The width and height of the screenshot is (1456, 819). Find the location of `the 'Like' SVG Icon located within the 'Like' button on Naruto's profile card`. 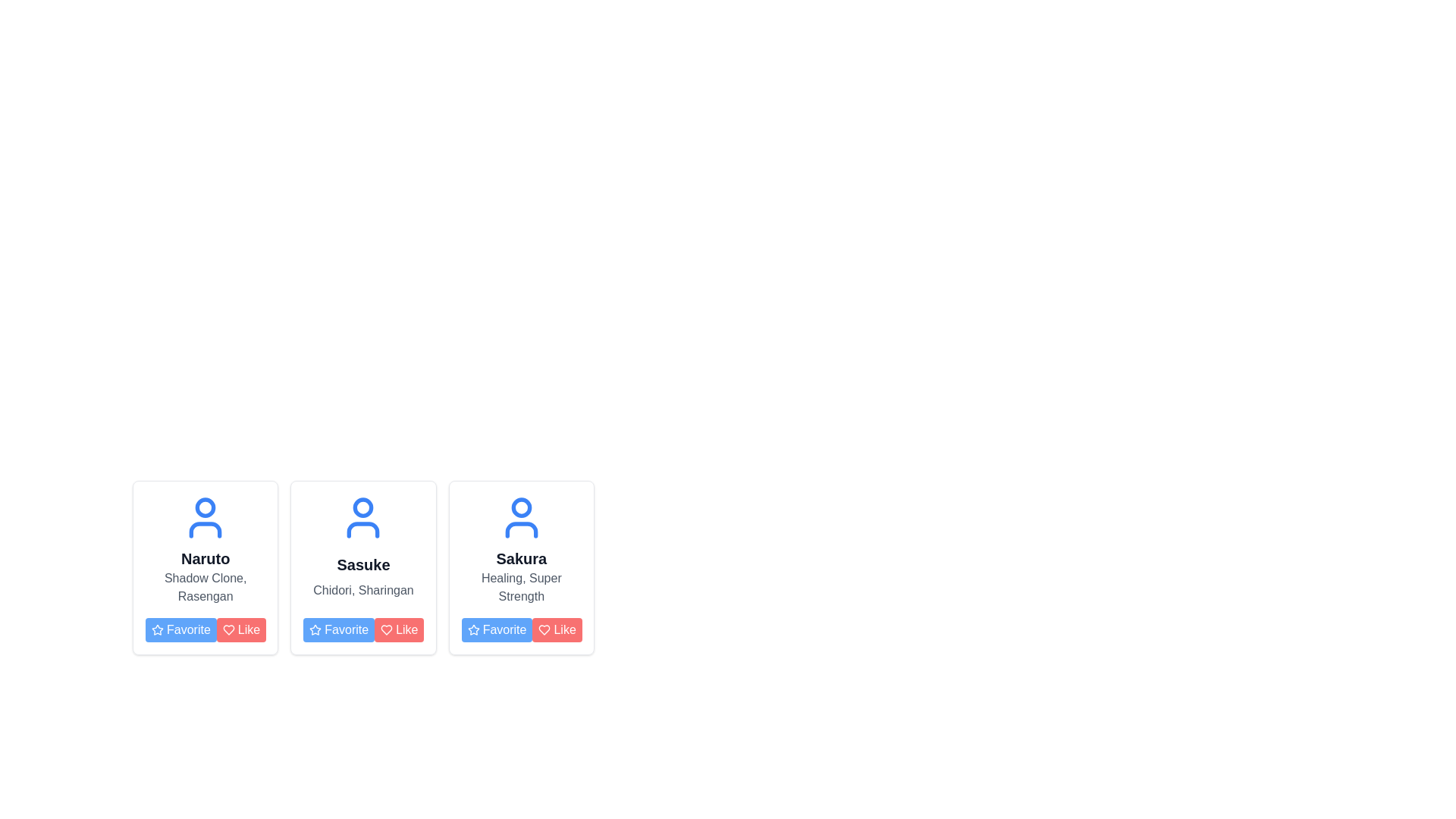

the 'Like' SVG Icon located within the 'Like' button on Naruto's profile card is located at coordinates (227, 629).